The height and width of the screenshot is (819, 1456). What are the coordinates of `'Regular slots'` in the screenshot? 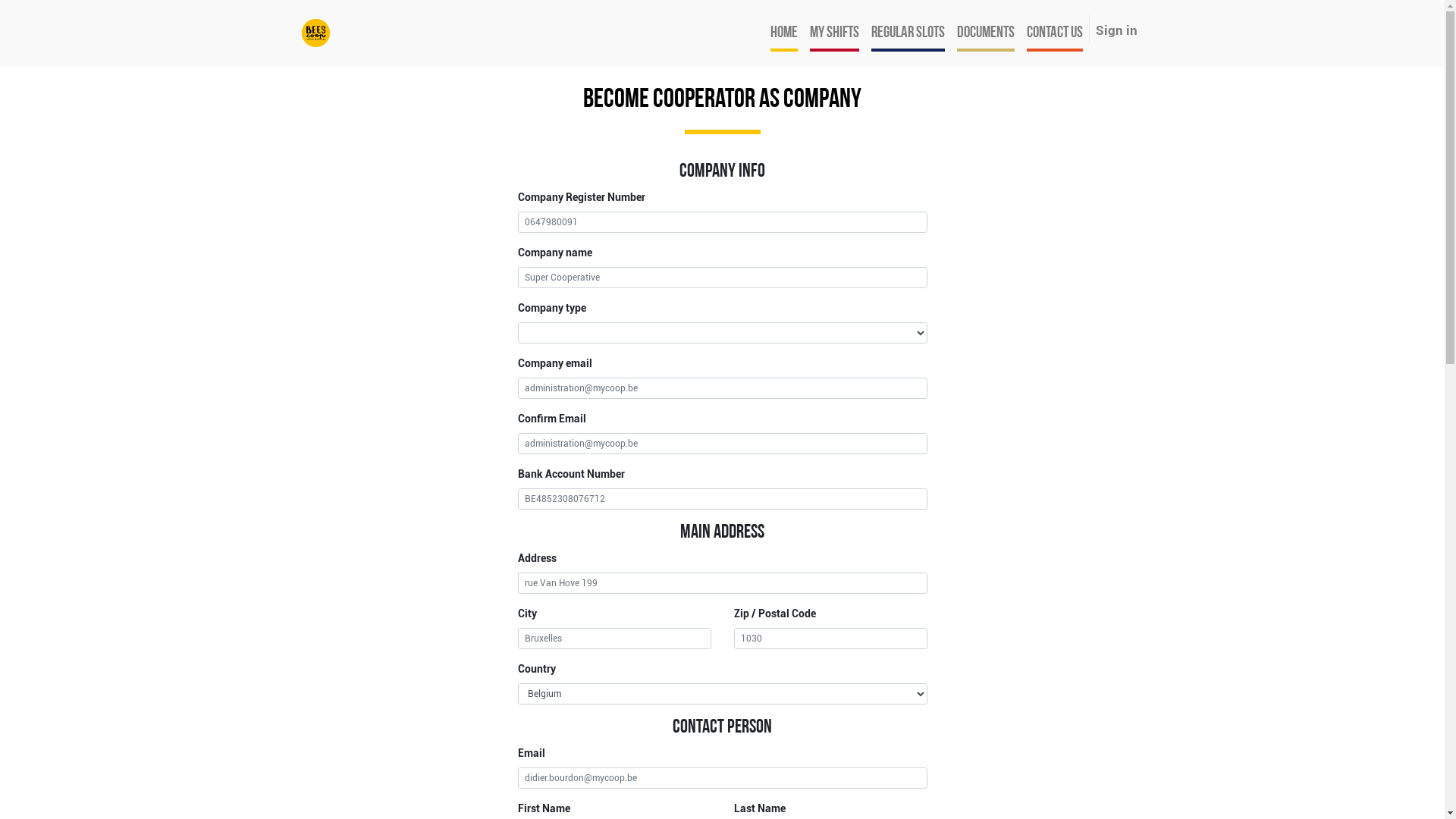 It's located at (907, 33).